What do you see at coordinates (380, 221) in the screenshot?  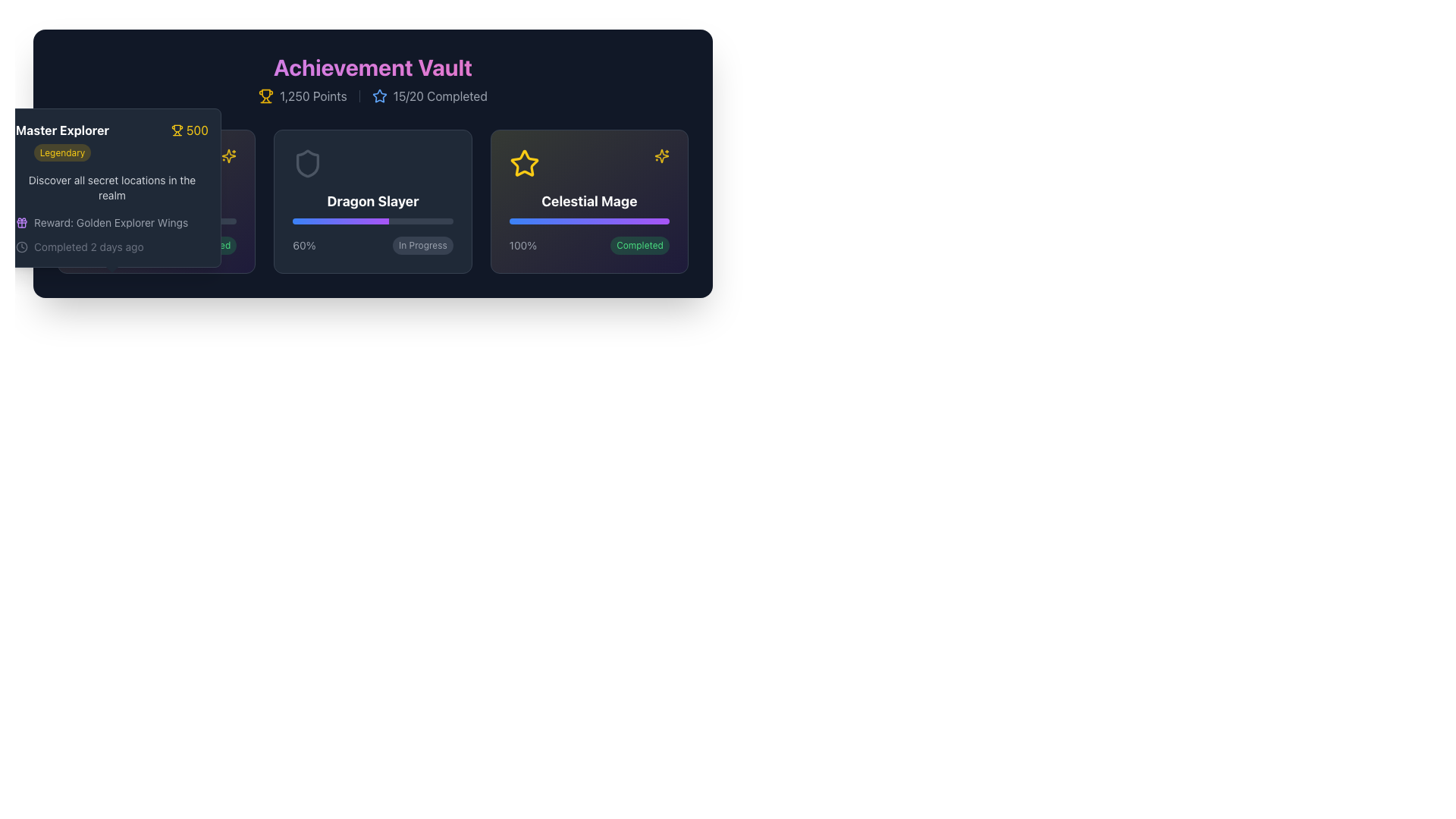 I see `progress bar` at bounding box center [380, 221].